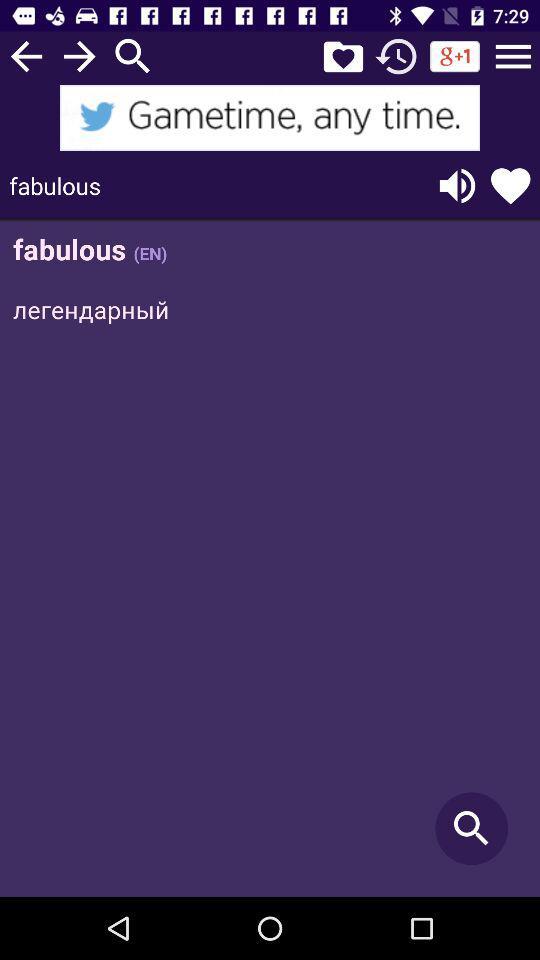 The width and height of the screenshot is (540, 960). I want to click on fabulous search, so click(270, 559).